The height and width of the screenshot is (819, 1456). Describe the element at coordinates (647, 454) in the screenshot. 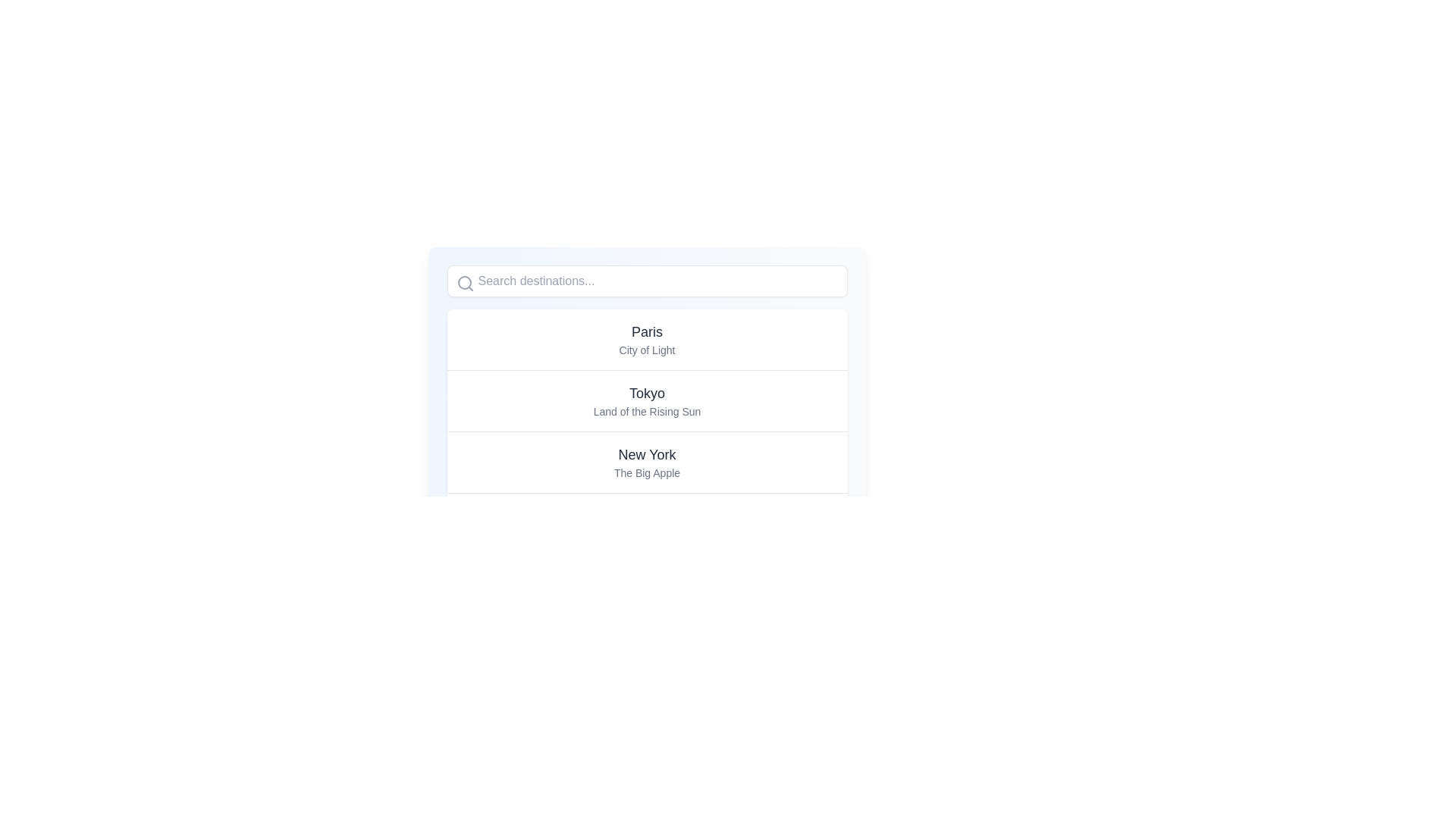

I see `the text element displaying the destination name 'New York', which is positioned prominently in a list between 'Tokyo' and its descriptor text 'The Big Apple'` at that location.